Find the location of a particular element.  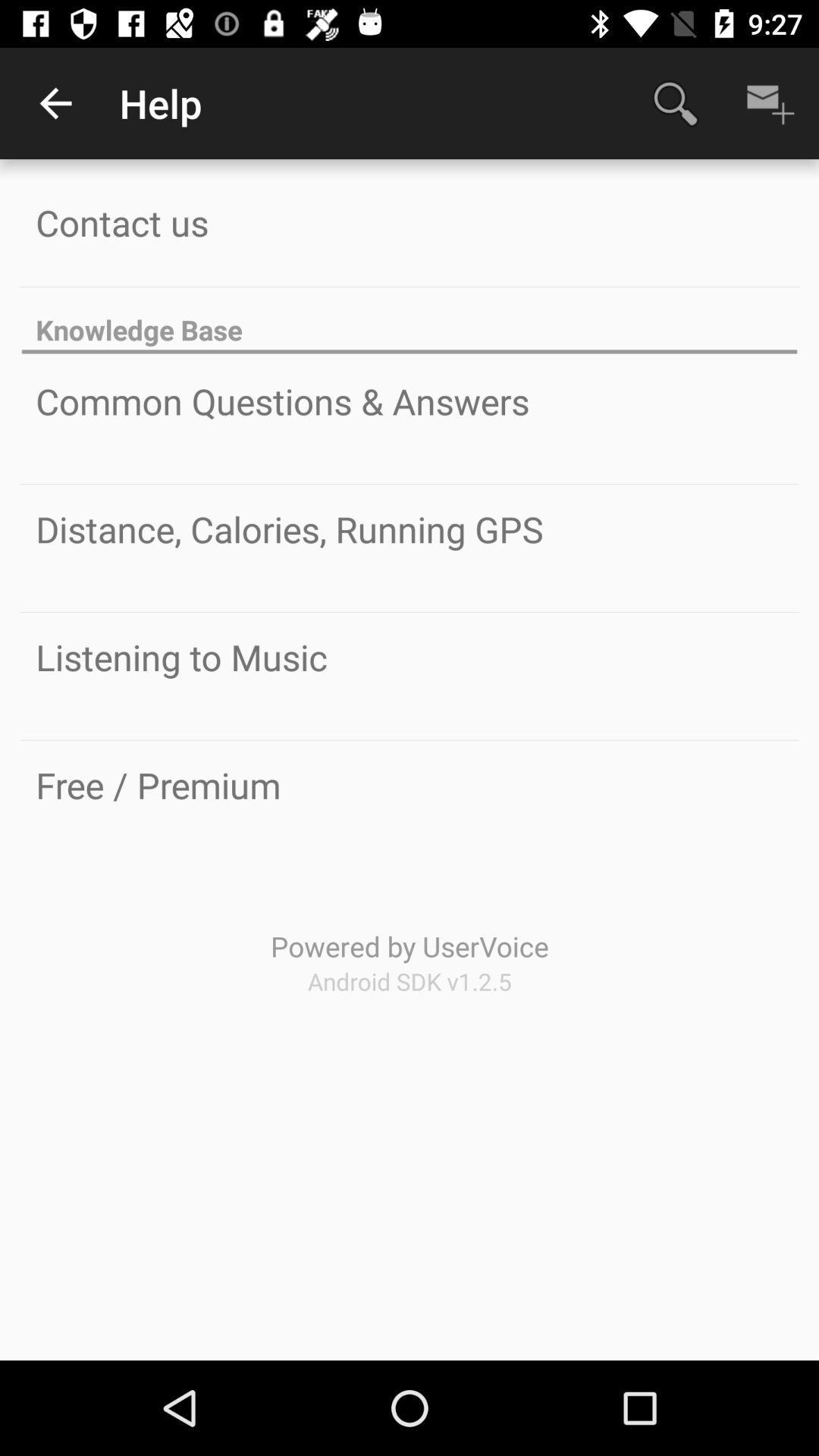

the knowledge base is located at coordinates (409, 321).